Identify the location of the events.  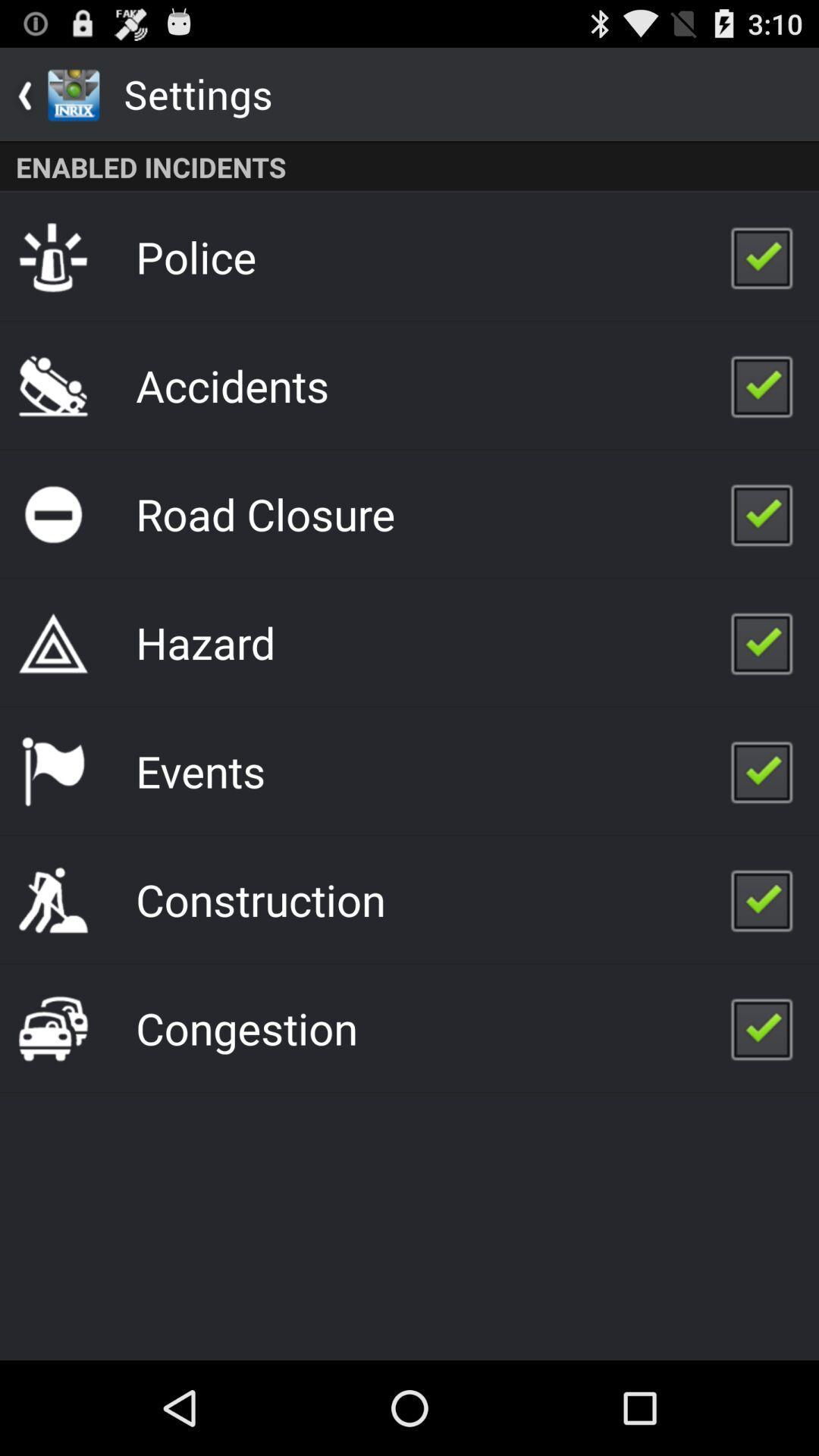
(199, 770).